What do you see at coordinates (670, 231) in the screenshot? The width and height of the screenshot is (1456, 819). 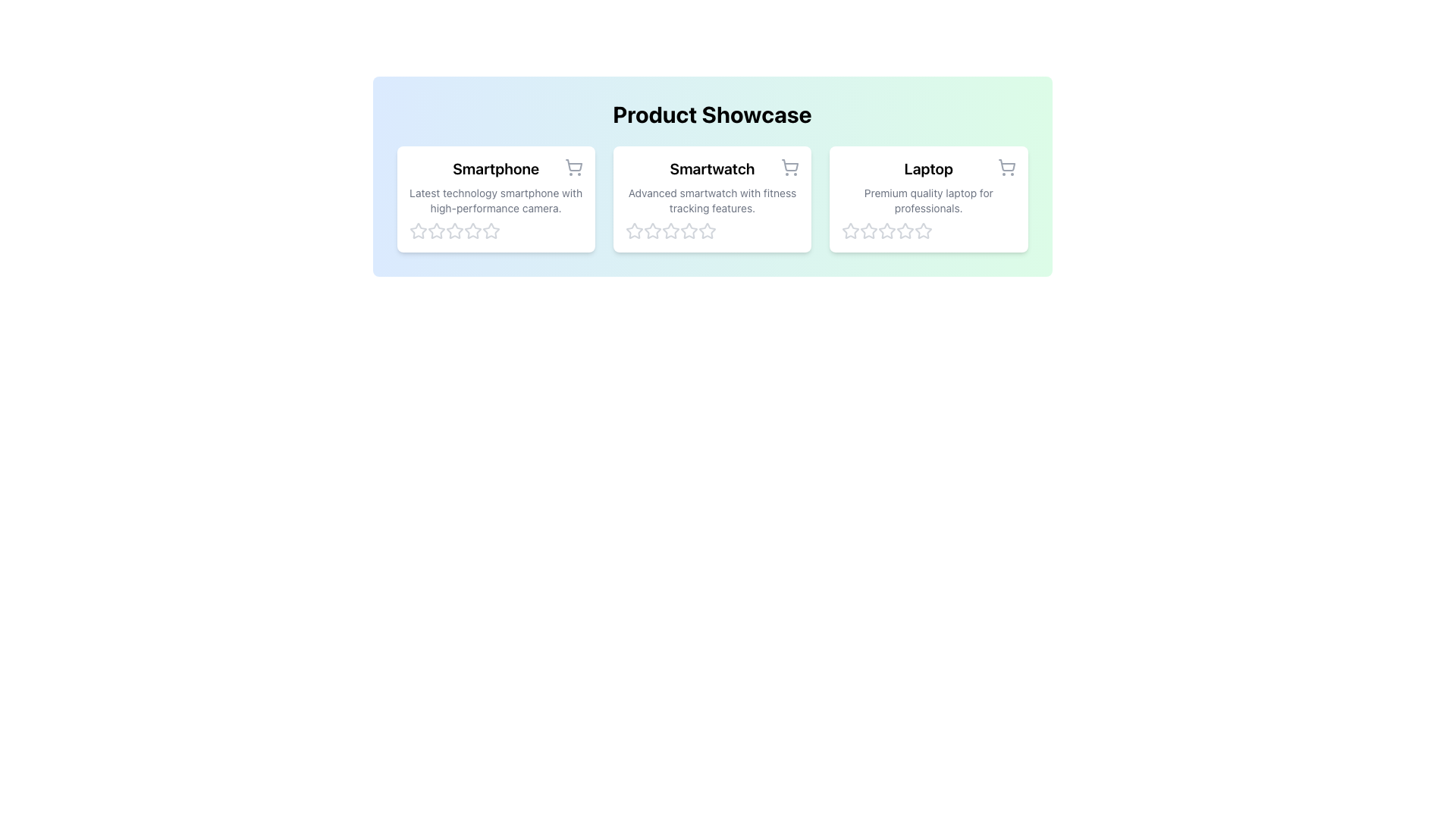 I see `the third star icon in the five-star rating system for the 'Smartwatch' product card, which is centrally aligned under the product details text` at bounding box center [670, 231].